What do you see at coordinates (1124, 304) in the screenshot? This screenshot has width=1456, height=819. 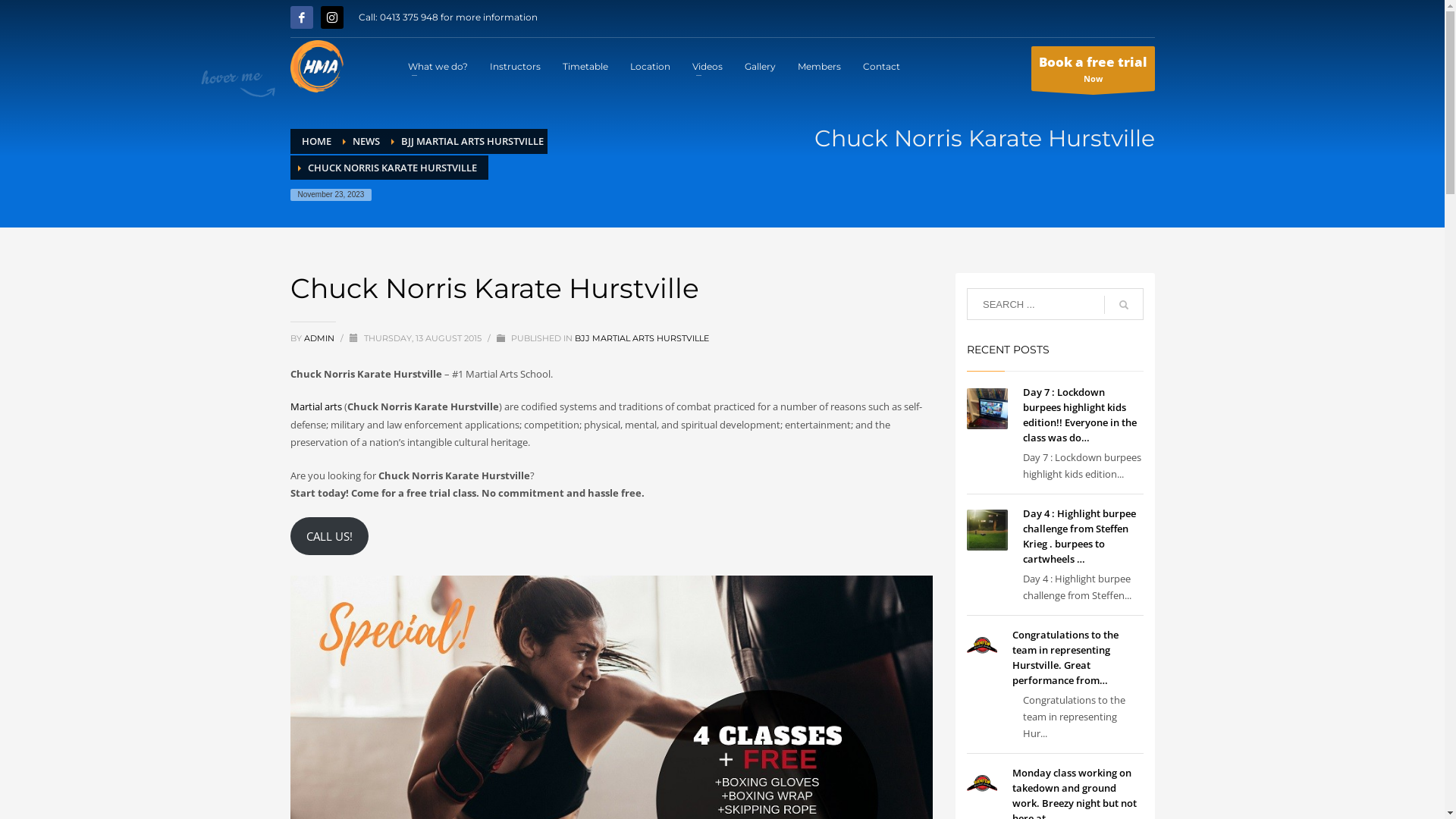 I see `'go'` at bounding box center [1124, 304].